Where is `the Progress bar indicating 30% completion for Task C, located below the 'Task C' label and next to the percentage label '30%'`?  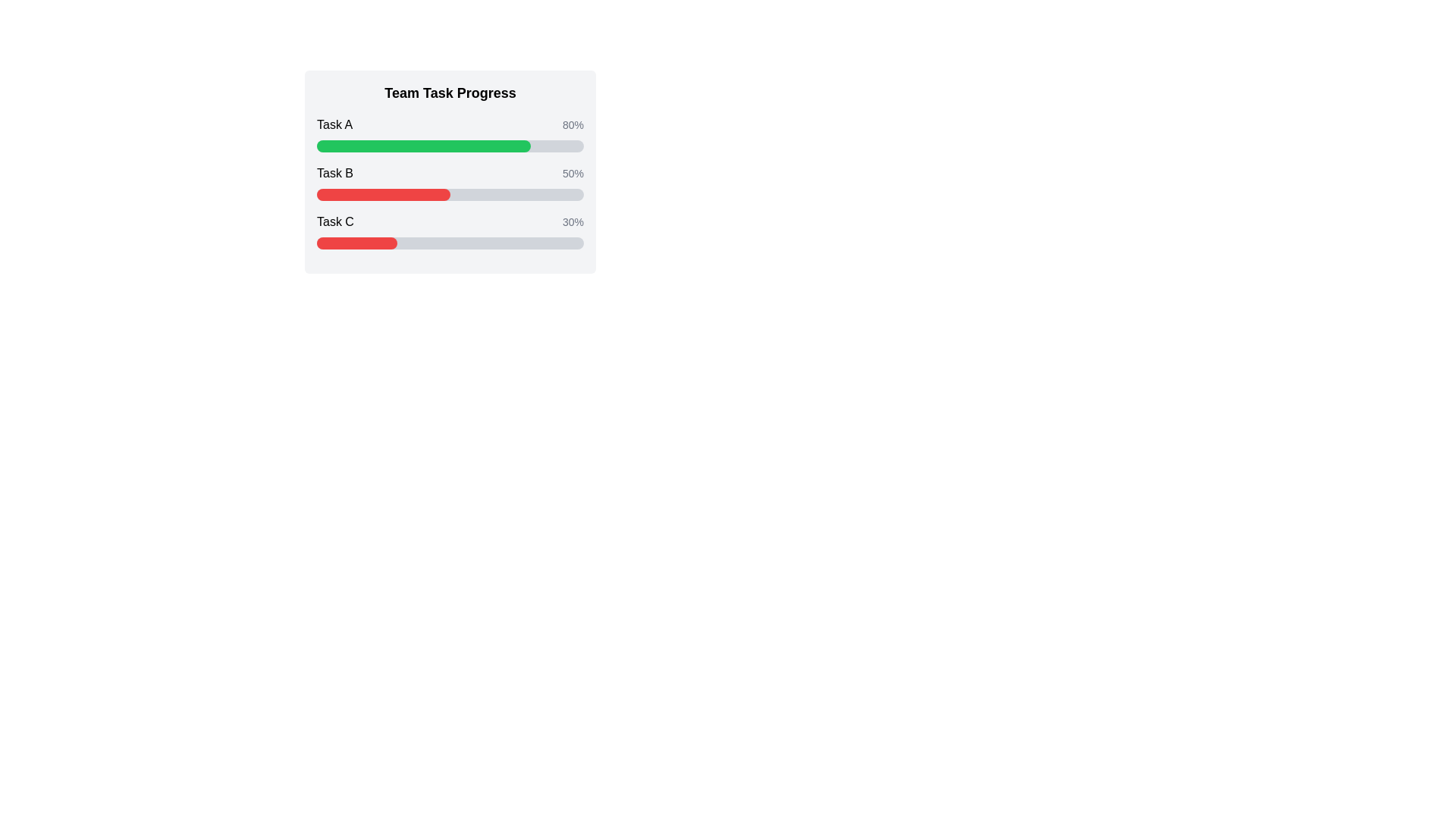
the Progress bar indicating 30% completion for Task C, located below the 'Task C' label and next to the percentage label '30%' is located at coordinates (450, 242).